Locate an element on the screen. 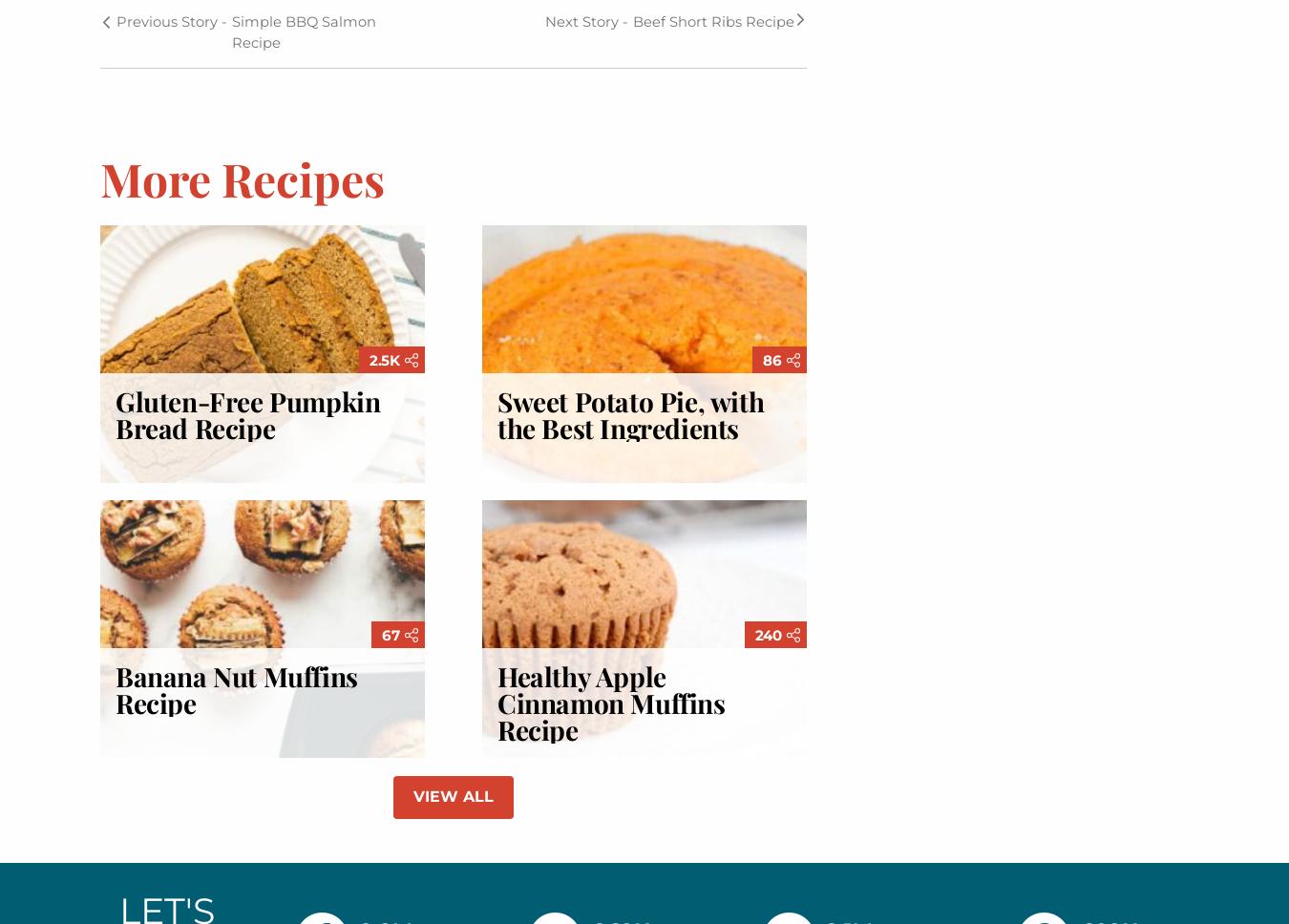 The height and width of the screenshot is (924, 1289). 'Beef Short Ribs Recipe' is located at coordinates (712, 20).